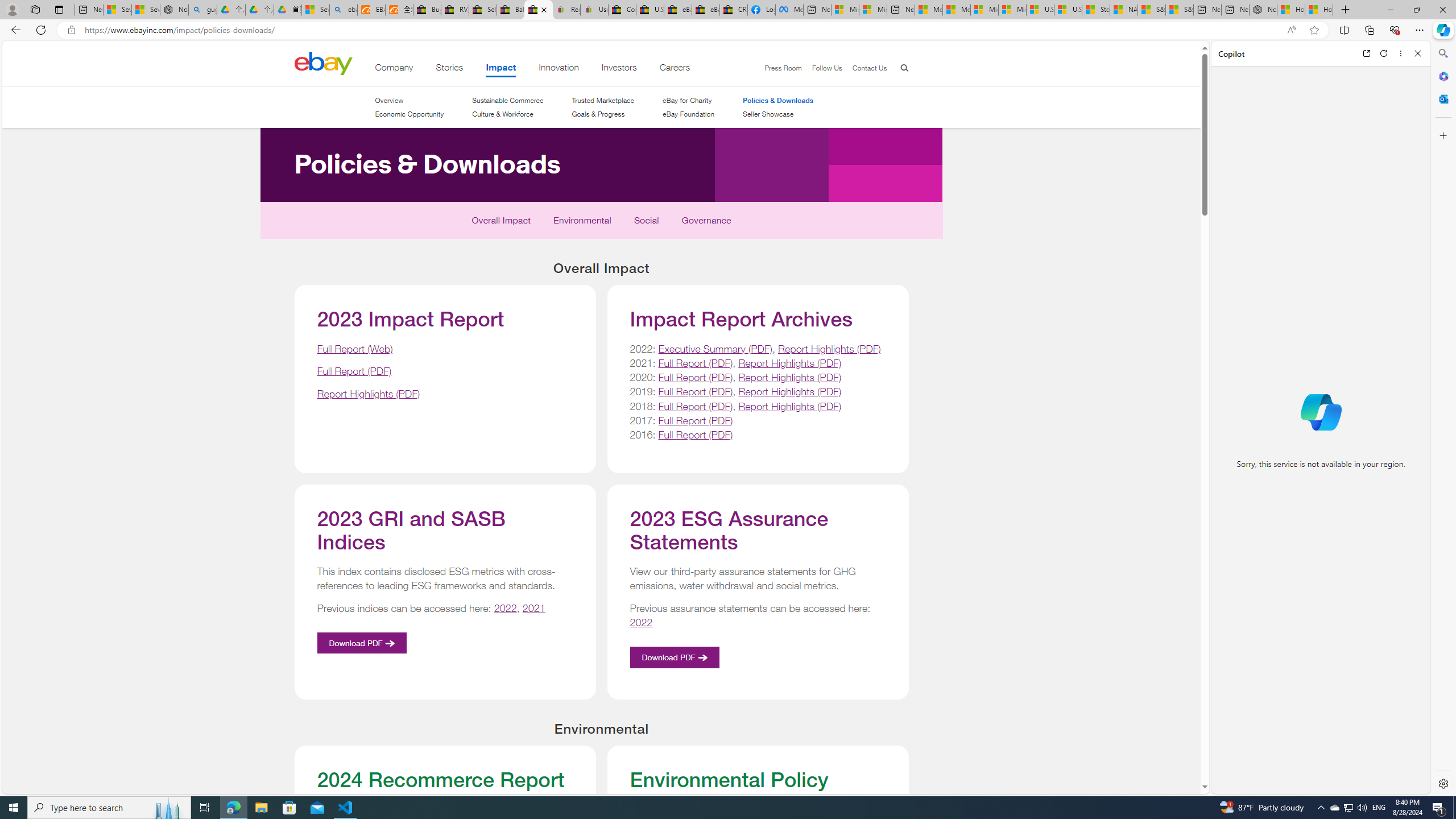 This screenshot has height=819, width=1456. I want to click on 'Log into Facebook', so click(760, 9).